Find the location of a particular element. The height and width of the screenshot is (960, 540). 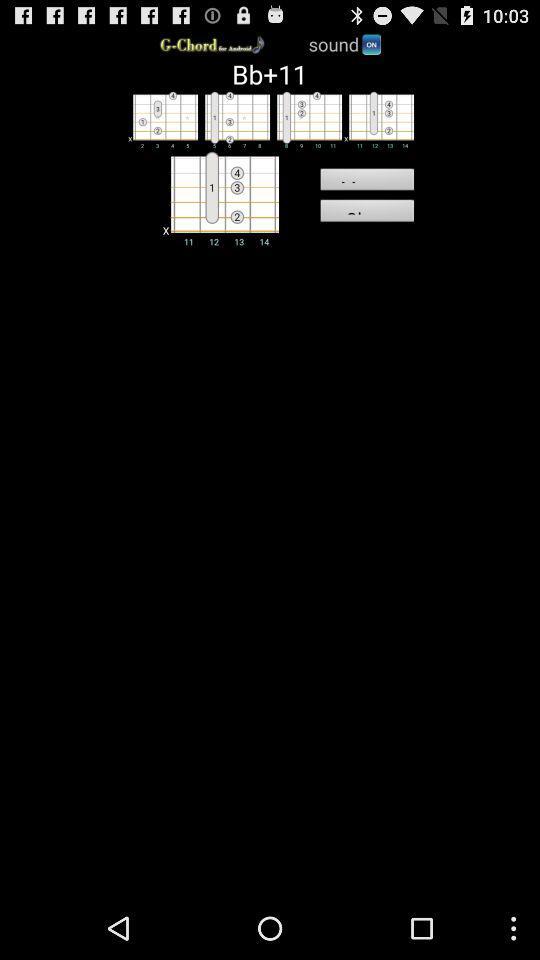

chord is located at coordinates (232, 119).